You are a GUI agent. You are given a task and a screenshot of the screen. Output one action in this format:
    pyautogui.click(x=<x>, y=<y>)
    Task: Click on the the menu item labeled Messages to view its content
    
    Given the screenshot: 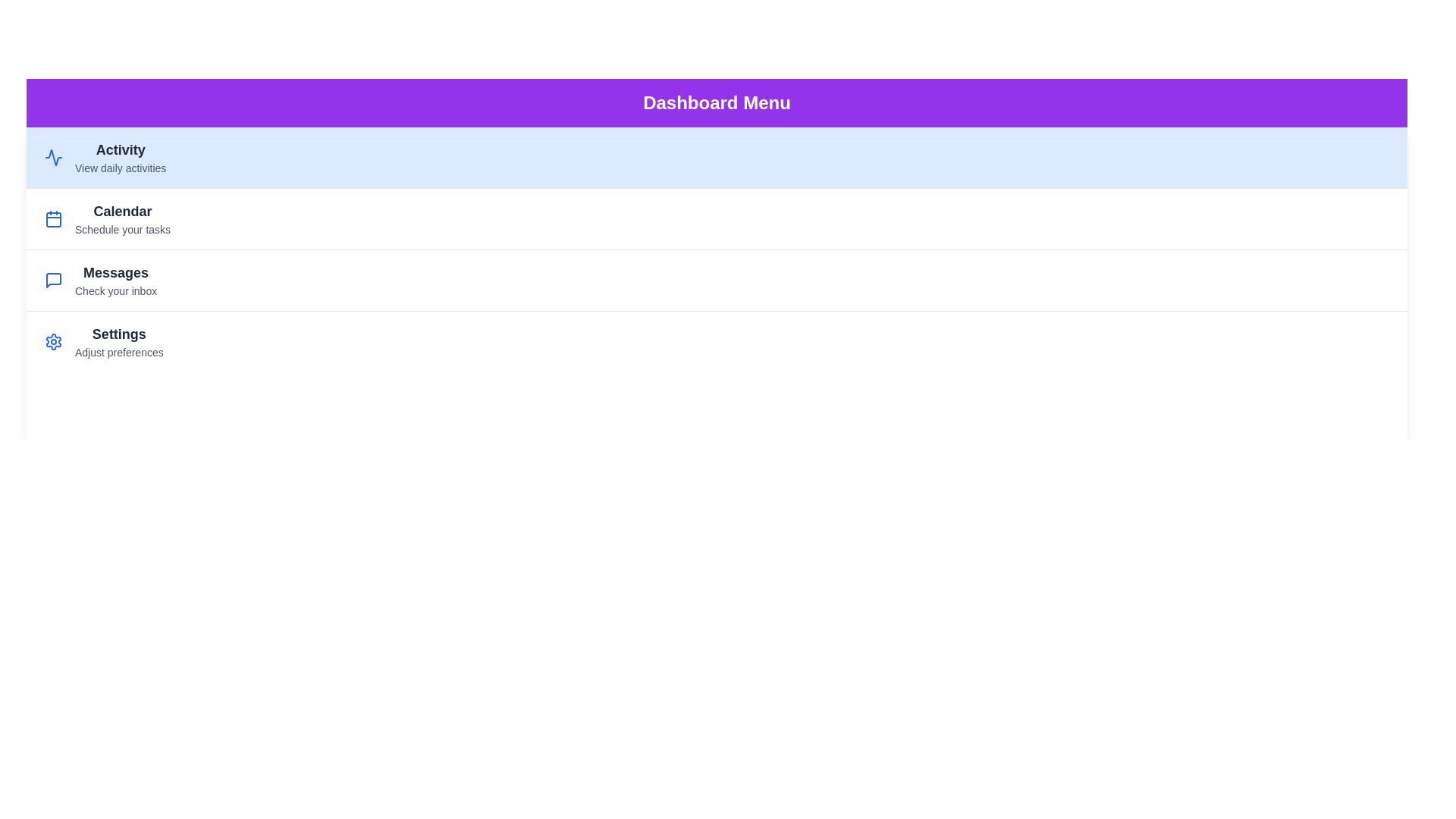 What is the action you would take?
    pyautogui.click(x=716, y=280)
    